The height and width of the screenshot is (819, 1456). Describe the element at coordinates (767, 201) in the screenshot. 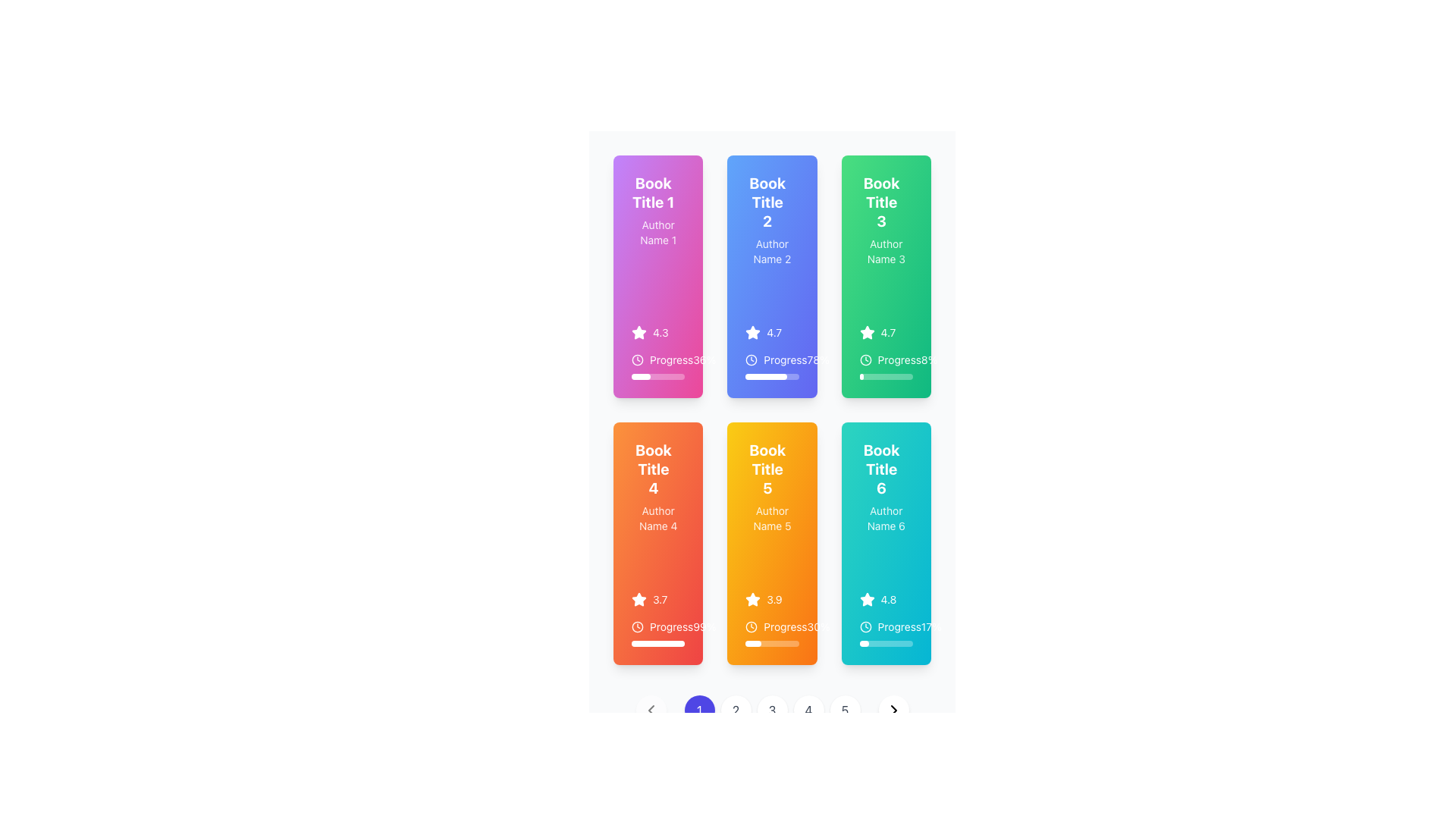

I see `static text label displaying 'Book Title 2', which is a bold, large, white font on a blue background, centered at the top of its card` at that location.